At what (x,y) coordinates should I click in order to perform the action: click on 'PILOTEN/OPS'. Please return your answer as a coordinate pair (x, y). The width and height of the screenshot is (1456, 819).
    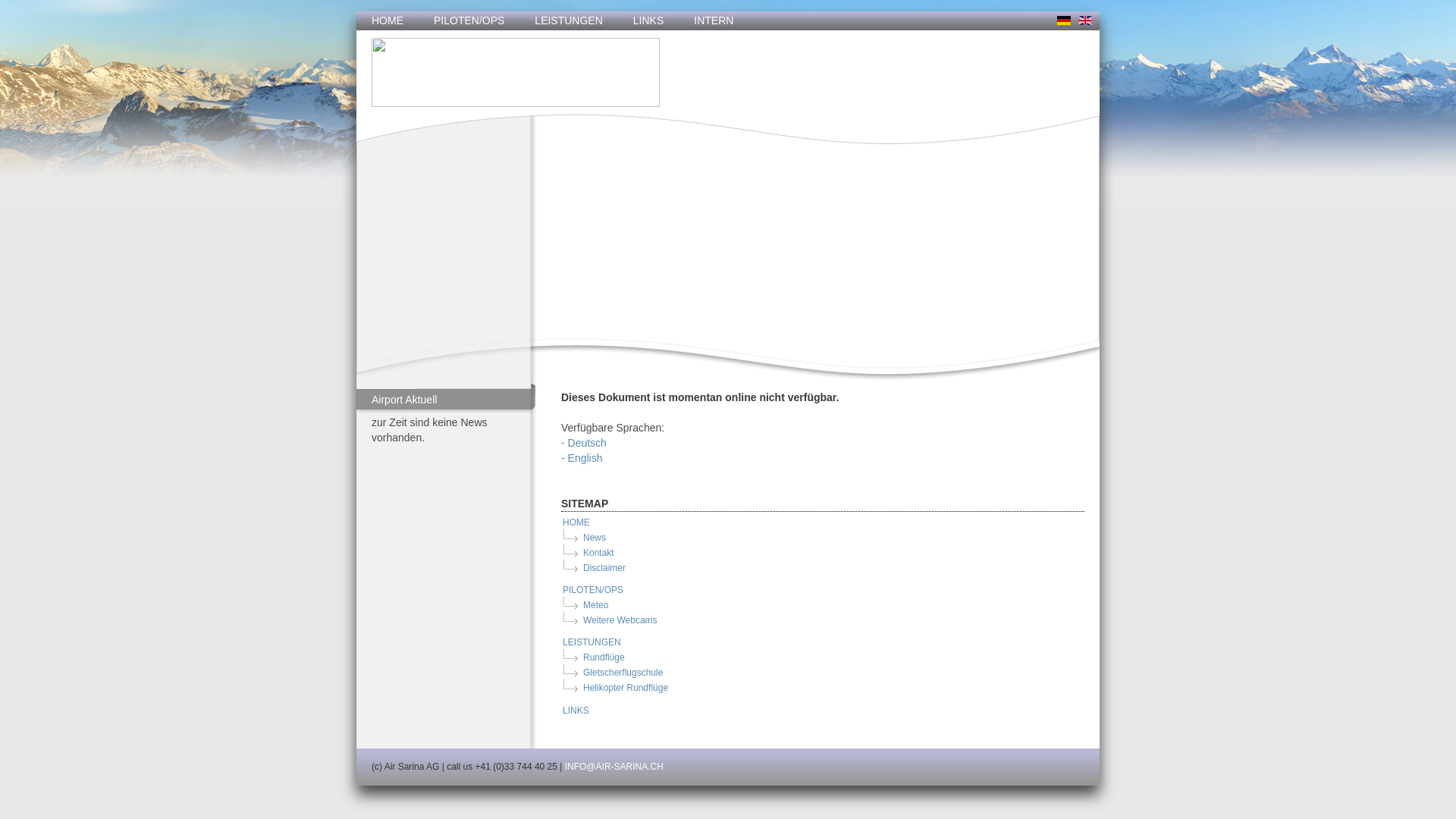
    Looking at the image, I should click on (468, 20).